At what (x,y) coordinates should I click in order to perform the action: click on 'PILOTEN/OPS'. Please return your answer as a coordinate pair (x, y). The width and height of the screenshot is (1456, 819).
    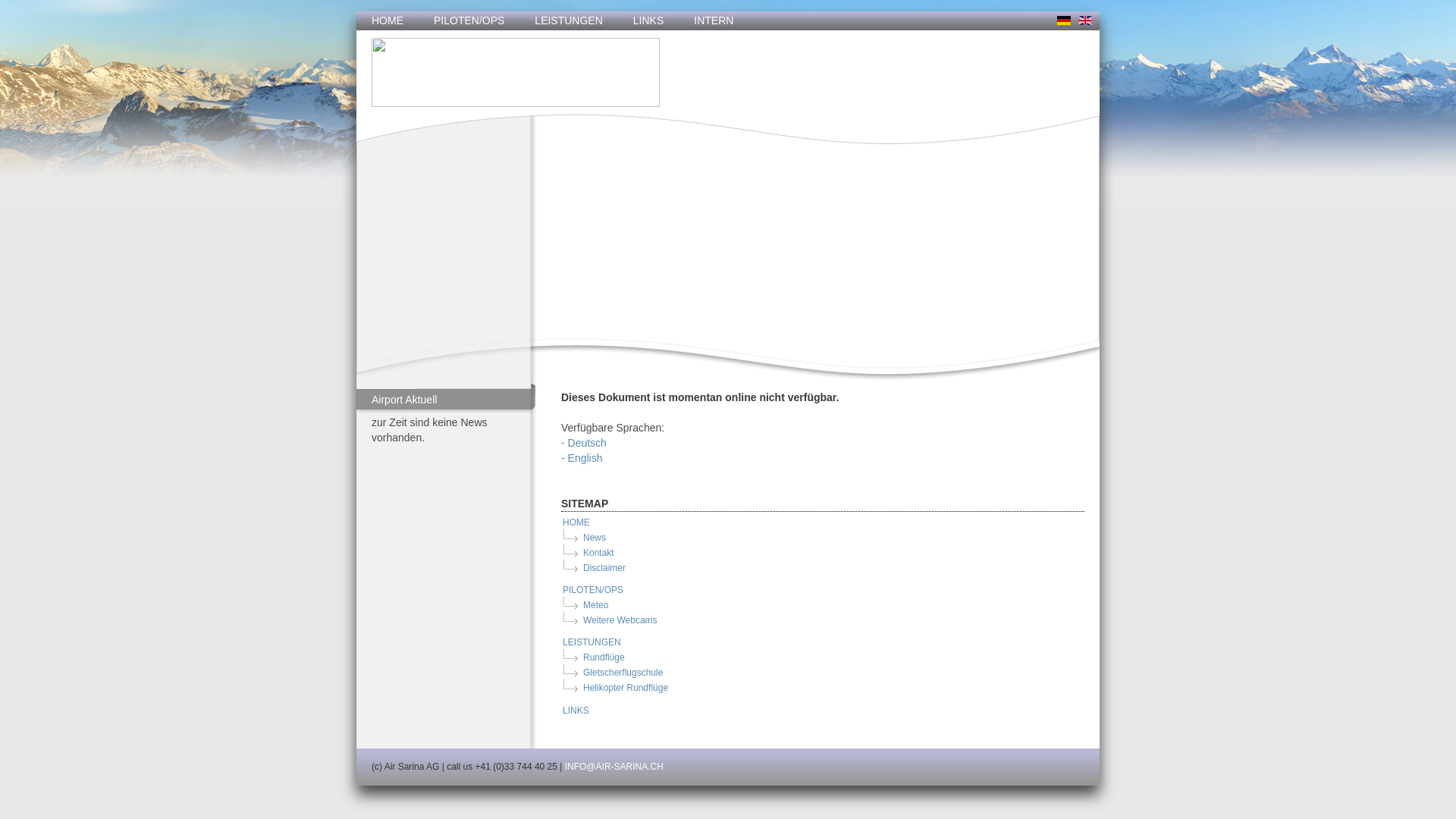
    Looking at the image, I should click on (468, 20).